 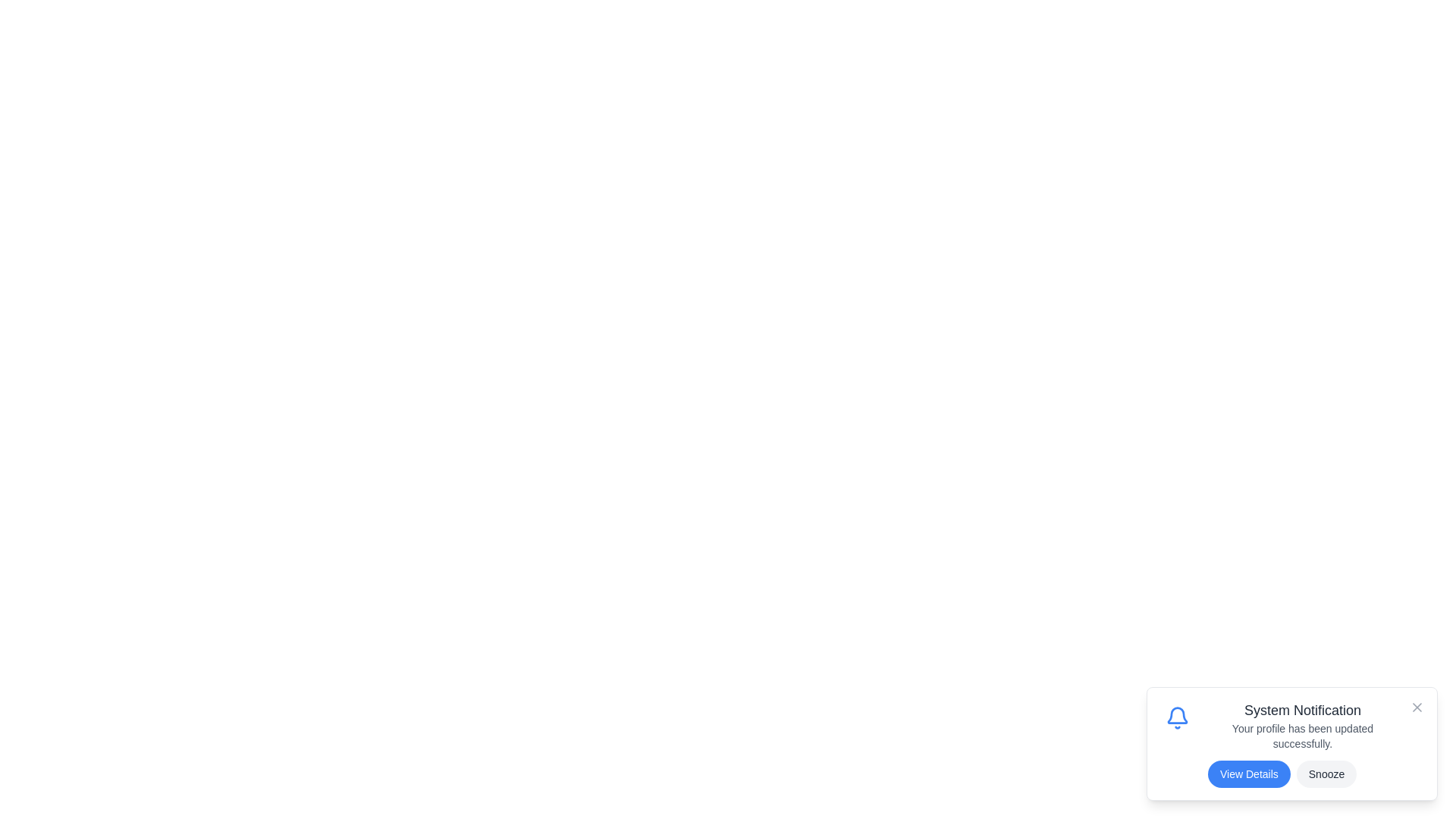 I want to click on the button located in the bottom-right corner of the 'System Notification' box to change its background color, so click(x=1249, y=774).